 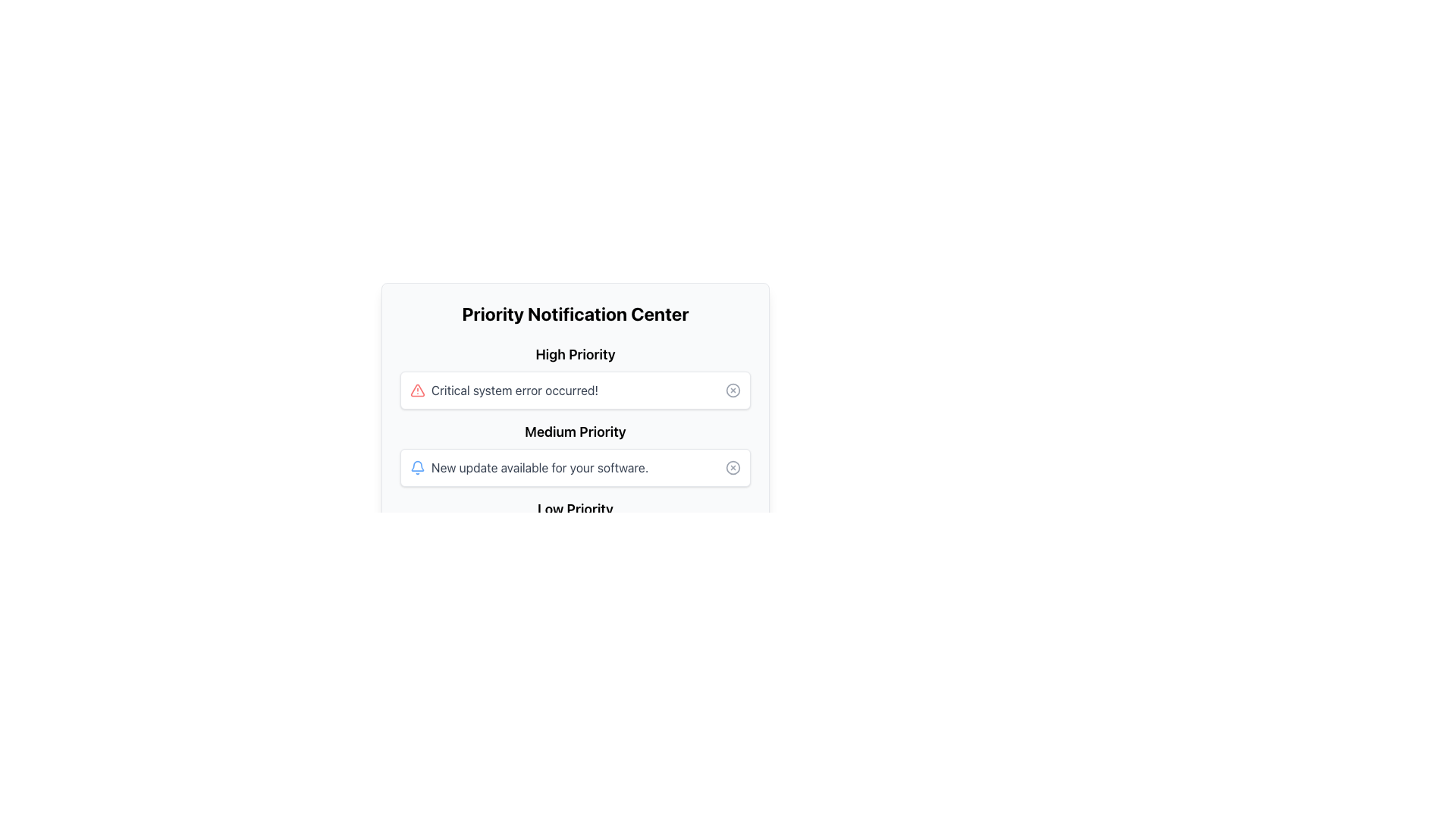 I want to click on the blue bell-shaped icon located in the top-right segment of the UI layout, which is part of the notification system, so click(x=418, y=465).